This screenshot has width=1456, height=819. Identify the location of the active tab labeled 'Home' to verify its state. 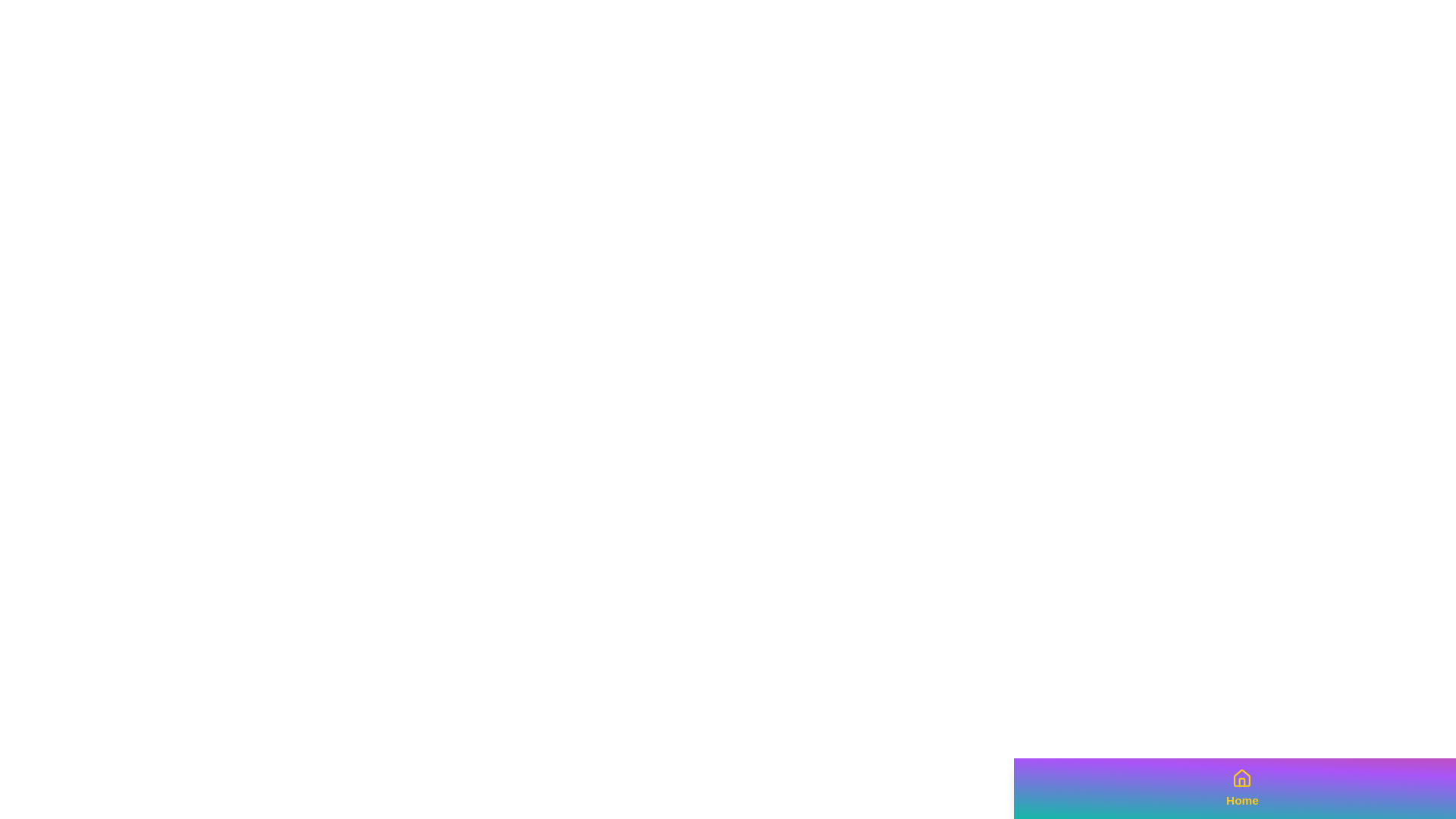
(1242, 788).